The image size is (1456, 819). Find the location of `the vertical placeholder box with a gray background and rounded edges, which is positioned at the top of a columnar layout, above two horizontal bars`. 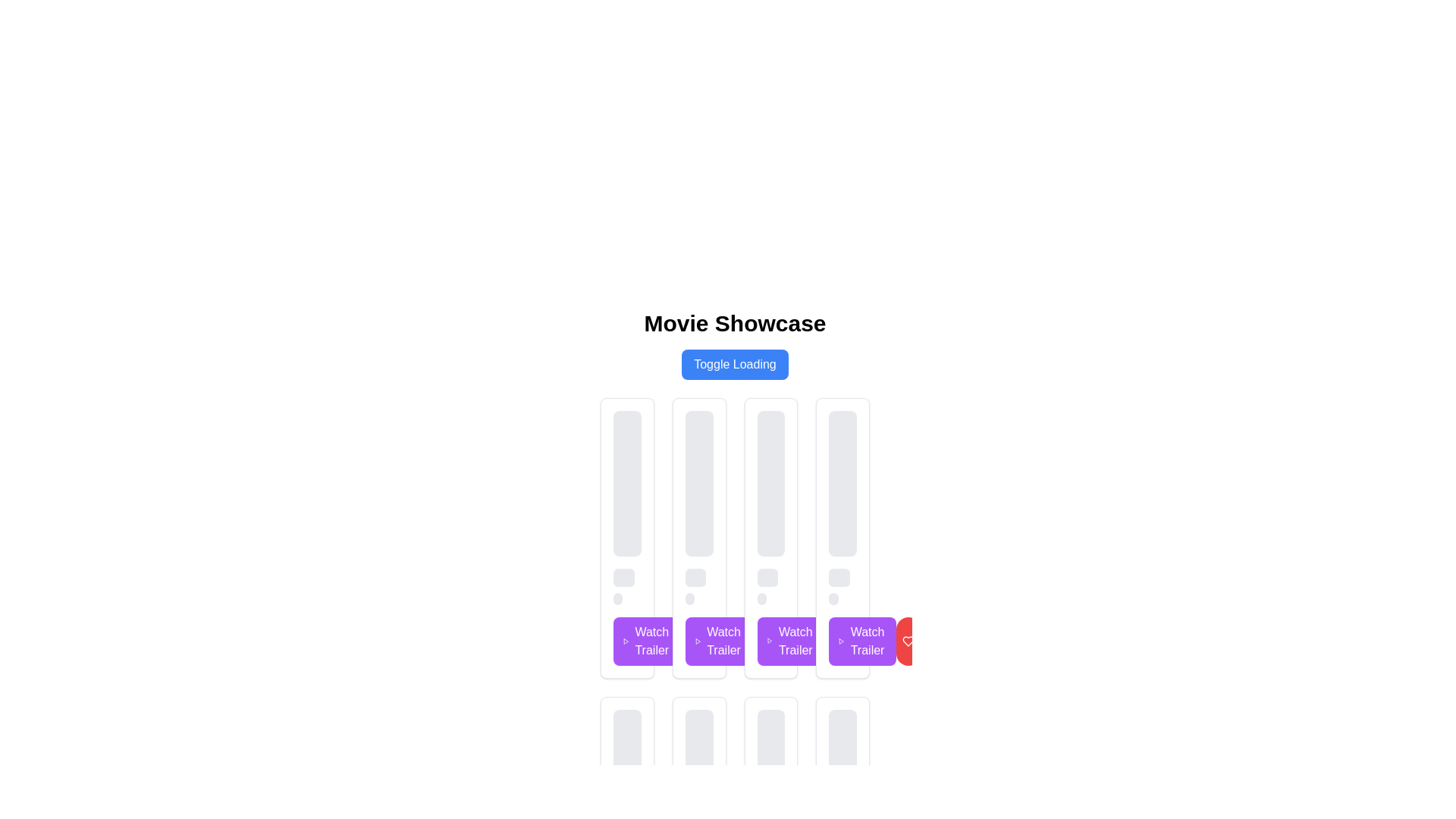

the vertical placeholder box with a gray background and rounded edges, which is positioned at the top of a columnar layout, above two horizontal bars is located at coordinates (842, 483).